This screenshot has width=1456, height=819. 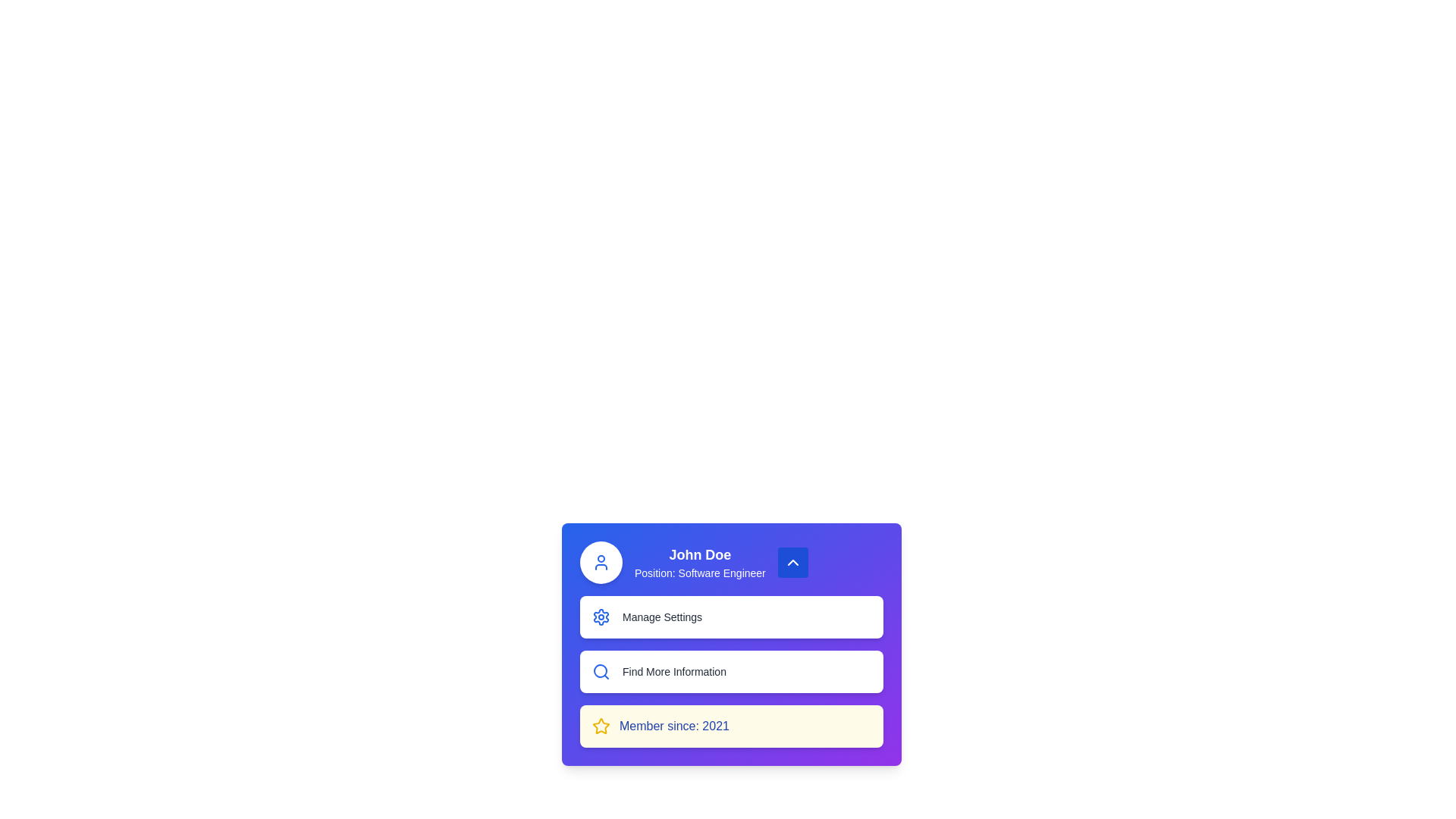 What do you see at coordinates (792, 562) in the screenshot?
I see `the blue, round-cornered button with an upward-pointing chevron icon` at bounding box center [792, 562].